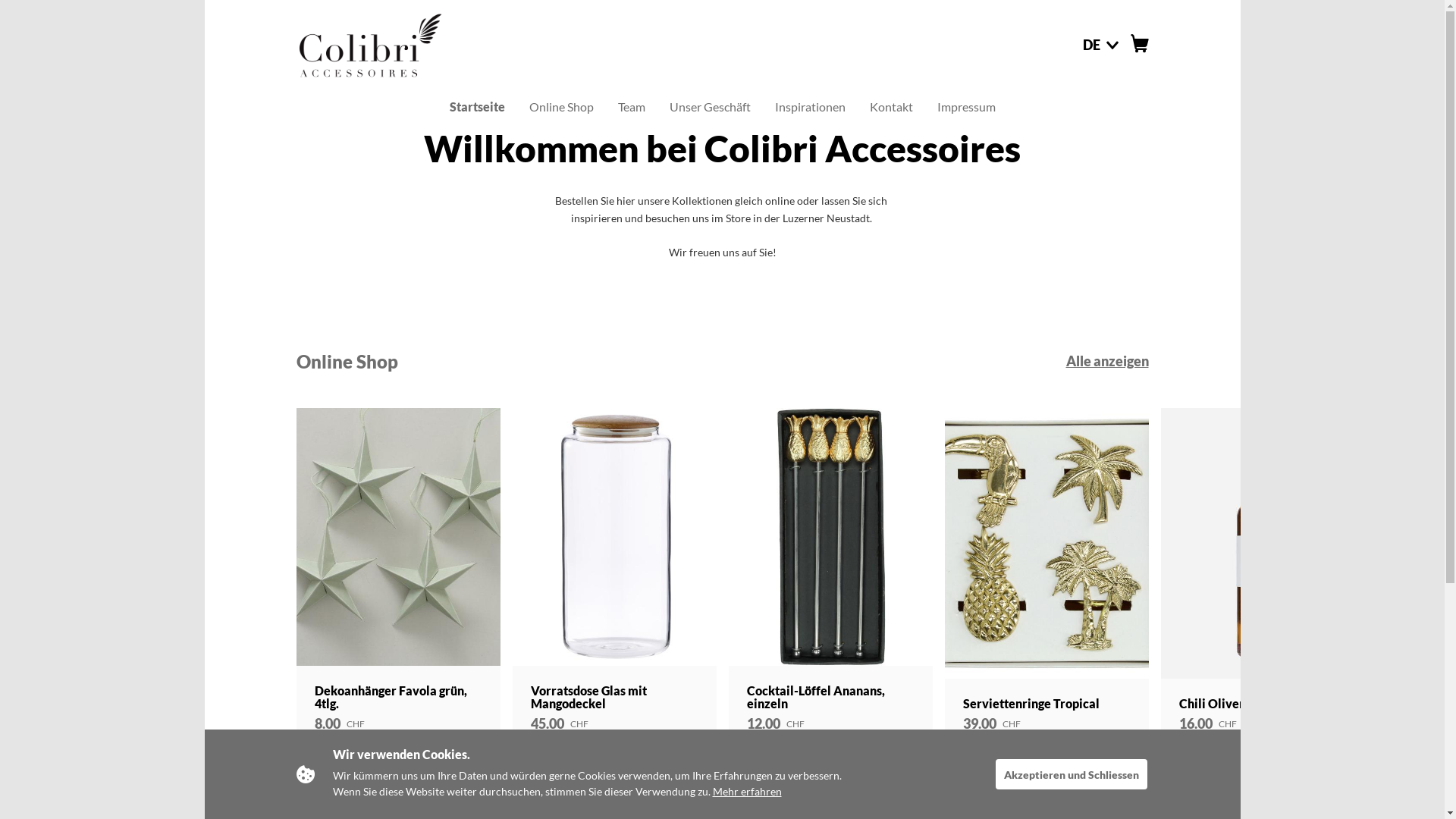 This screenshot has width=1456, height=819. I want to click on 'logo', so click(369, 43).